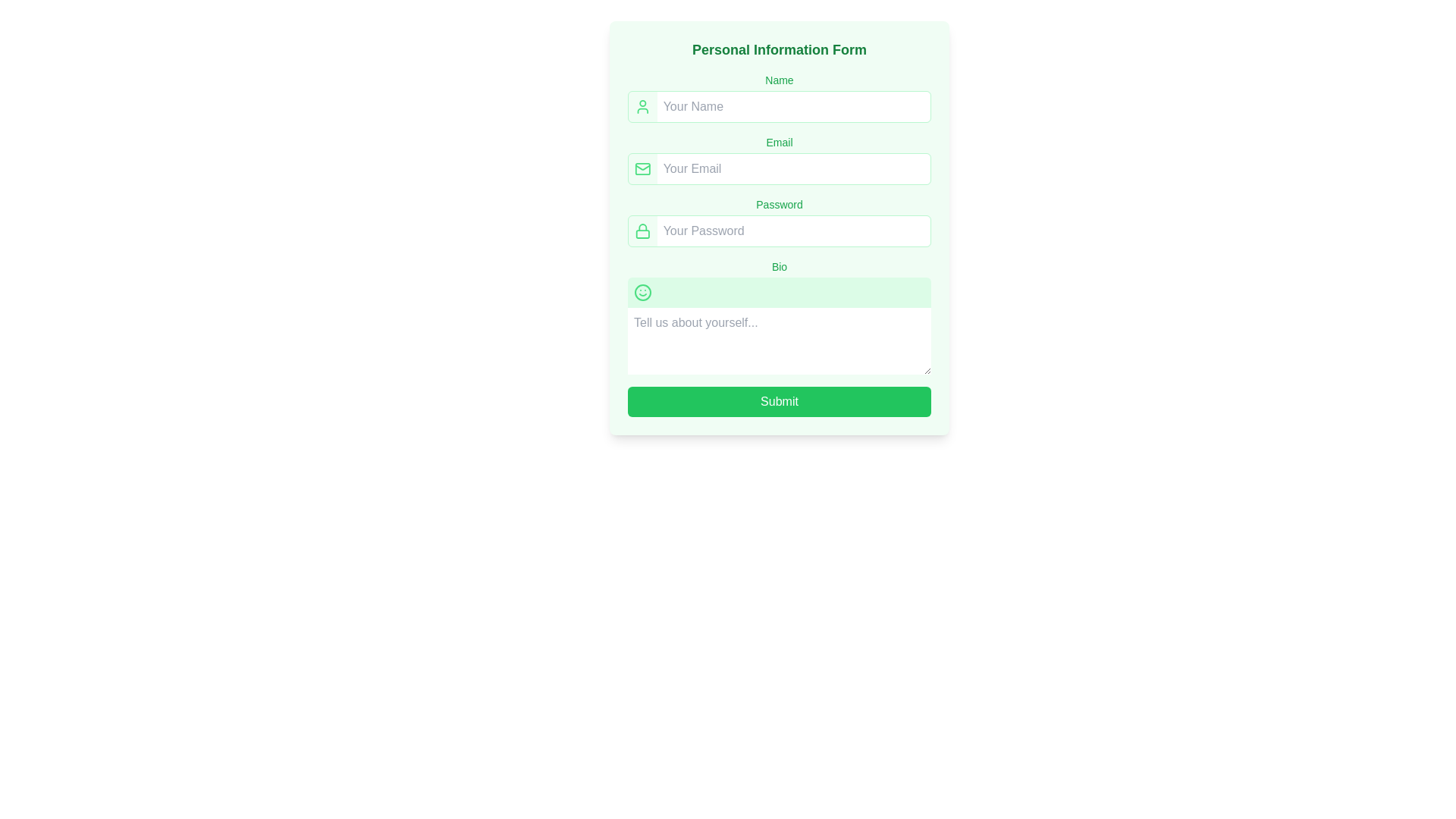 The height and width of the screenshot is (819, 1456). What do you see at coordinates (779, 400) in the screenshot?
I see `the 'Submit' button, which is a rectangular button with rounded corners, a solid green background, and white text, located at the bottom of the form` at bounding box center [779, 400].